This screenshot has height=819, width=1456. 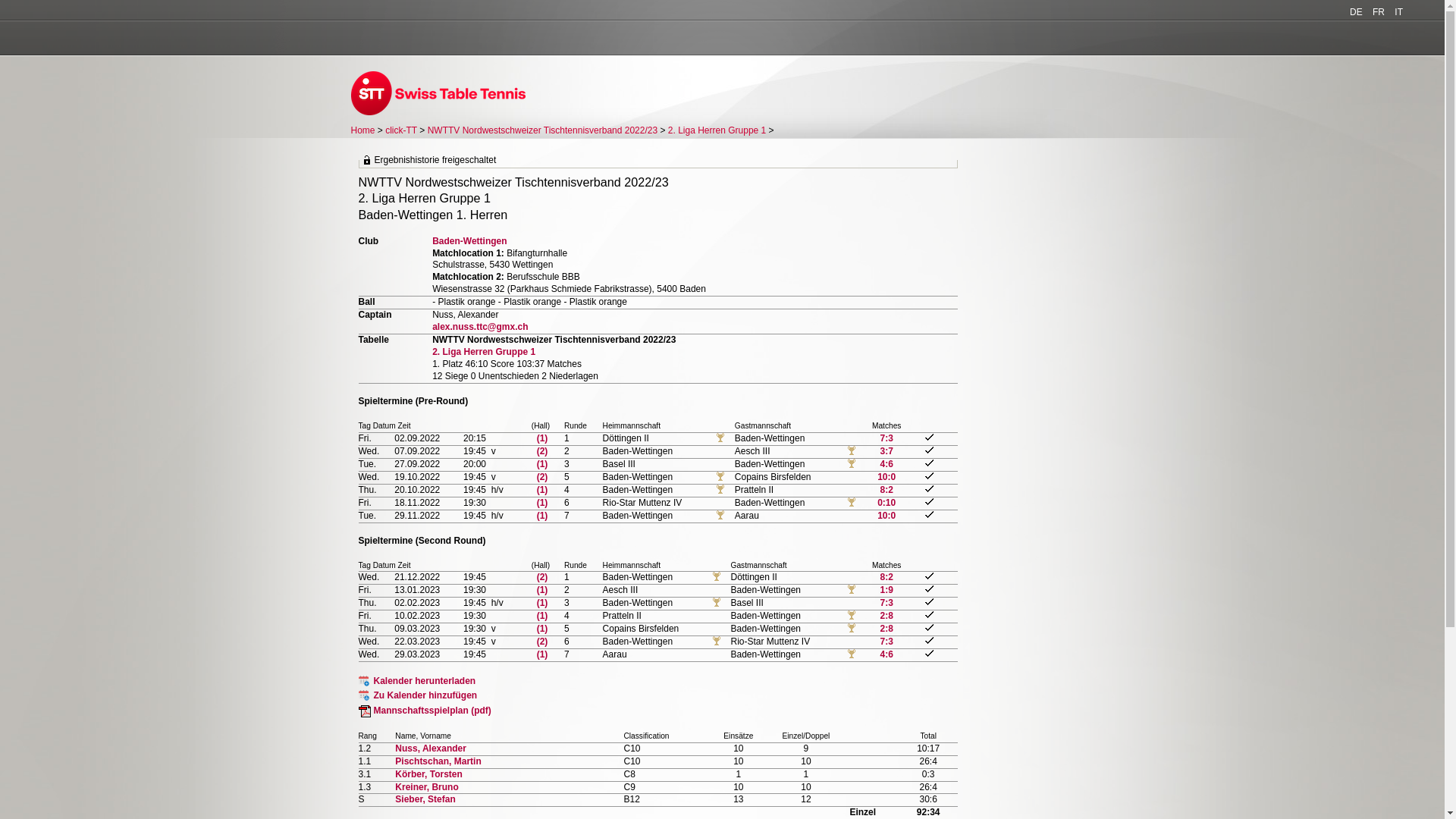 I want to click on '10:0', so click(x=886, y=514).